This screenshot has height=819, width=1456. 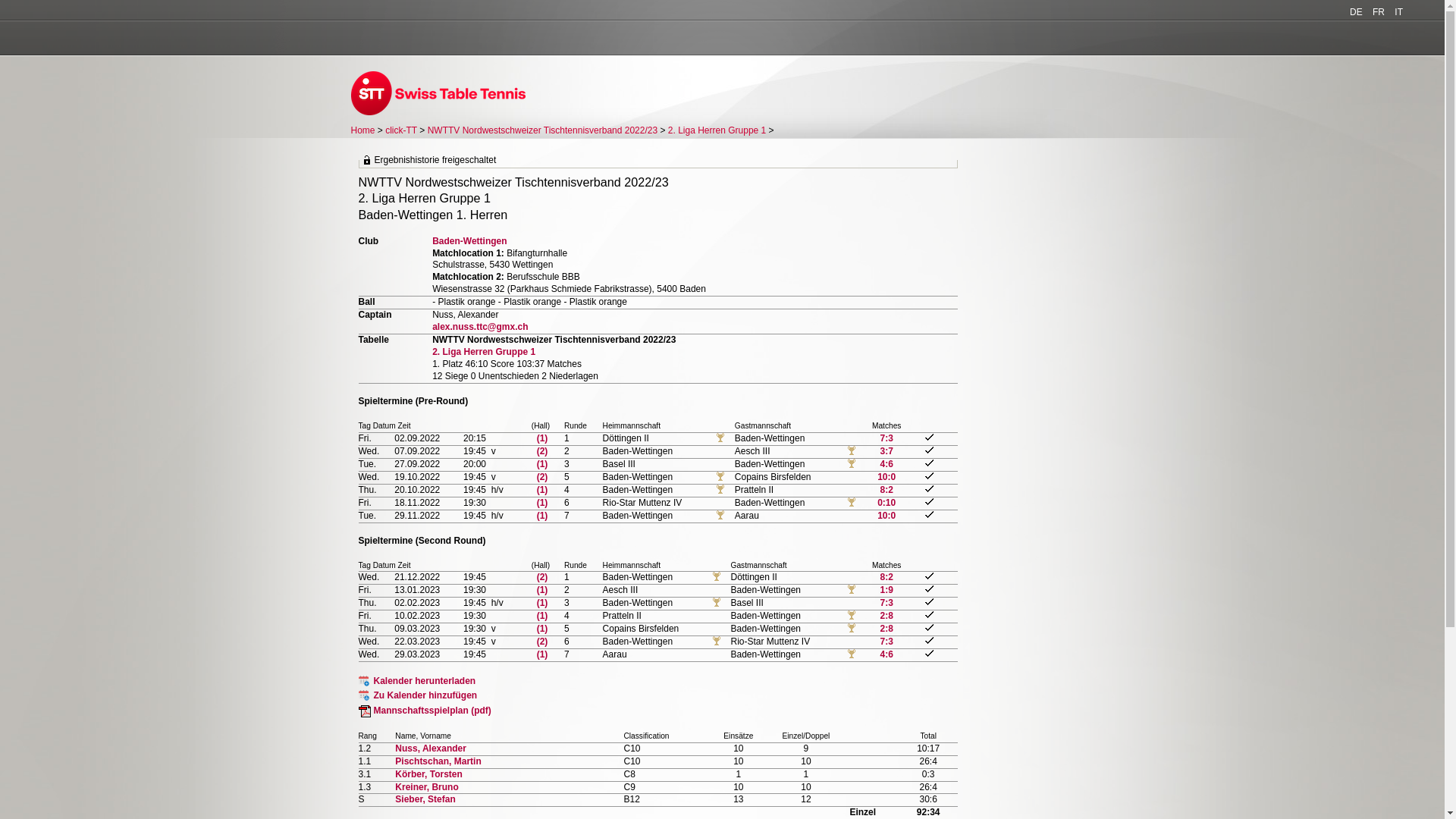 I want to click on '10:0', so click(x=886, y=514).